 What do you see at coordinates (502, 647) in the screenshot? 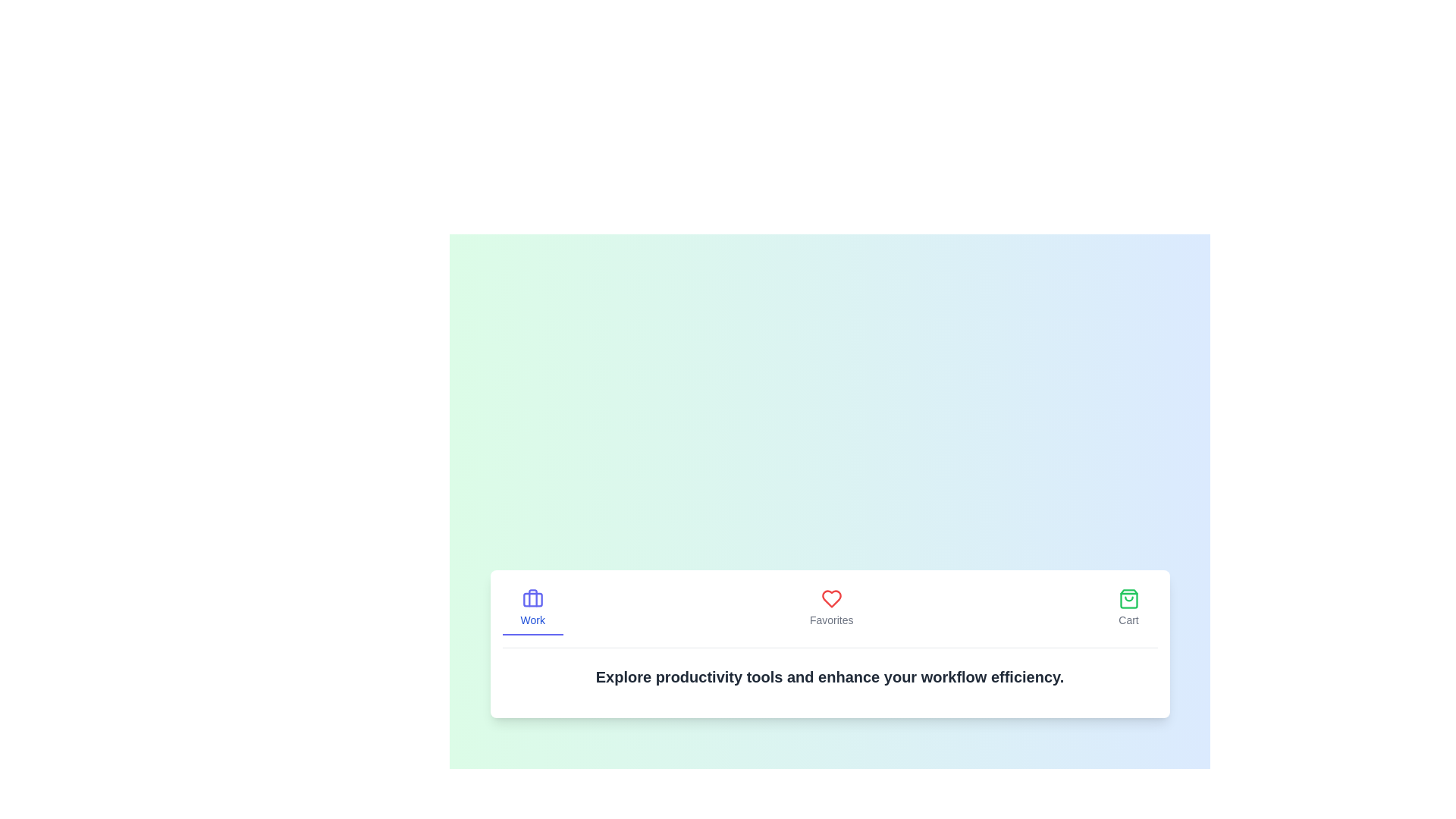
I see `the text content for copying` at bounding box center [502, 647].